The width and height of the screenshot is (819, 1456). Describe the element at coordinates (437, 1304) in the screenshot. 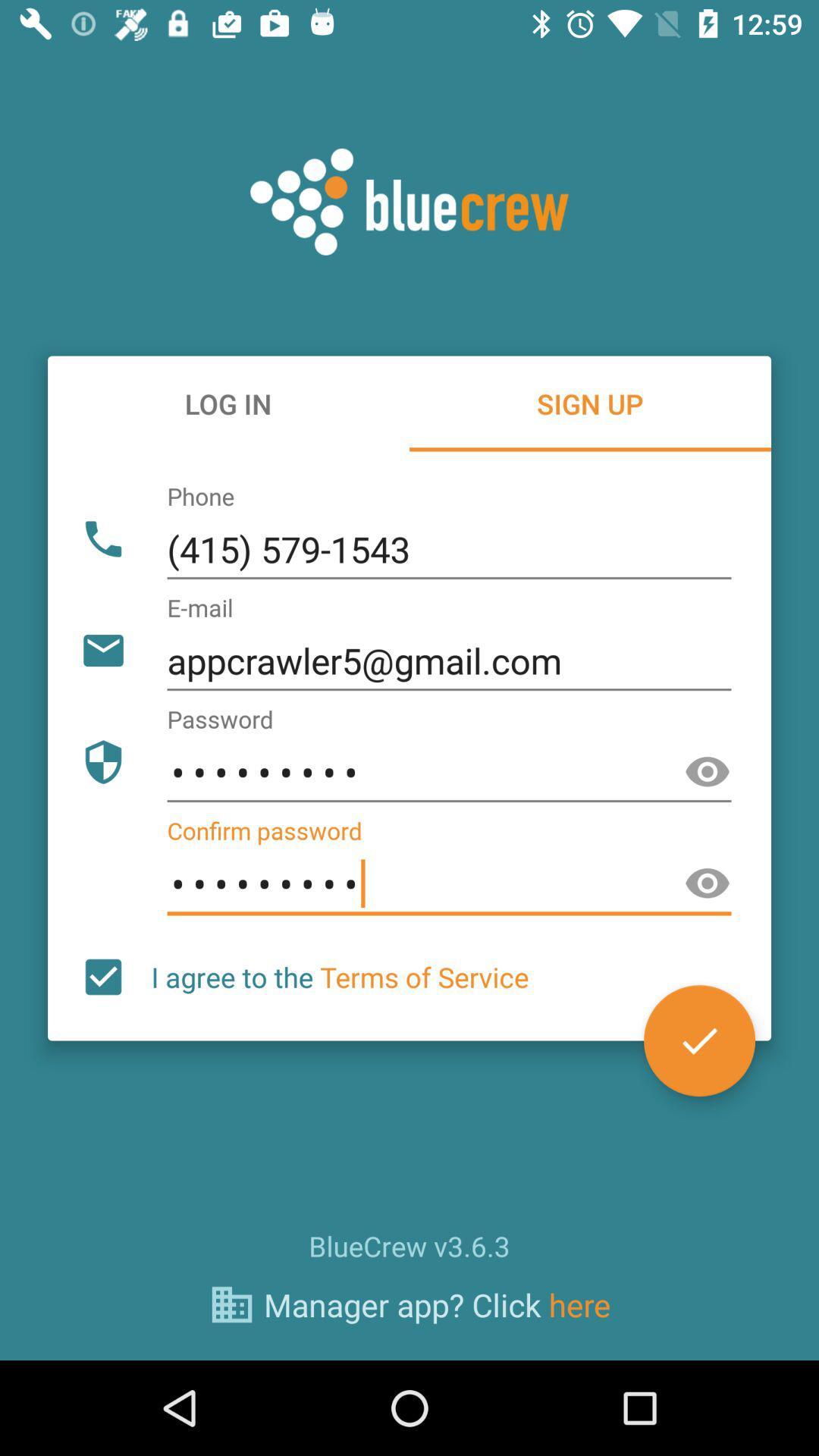

I see `the manager app click item` at that location.